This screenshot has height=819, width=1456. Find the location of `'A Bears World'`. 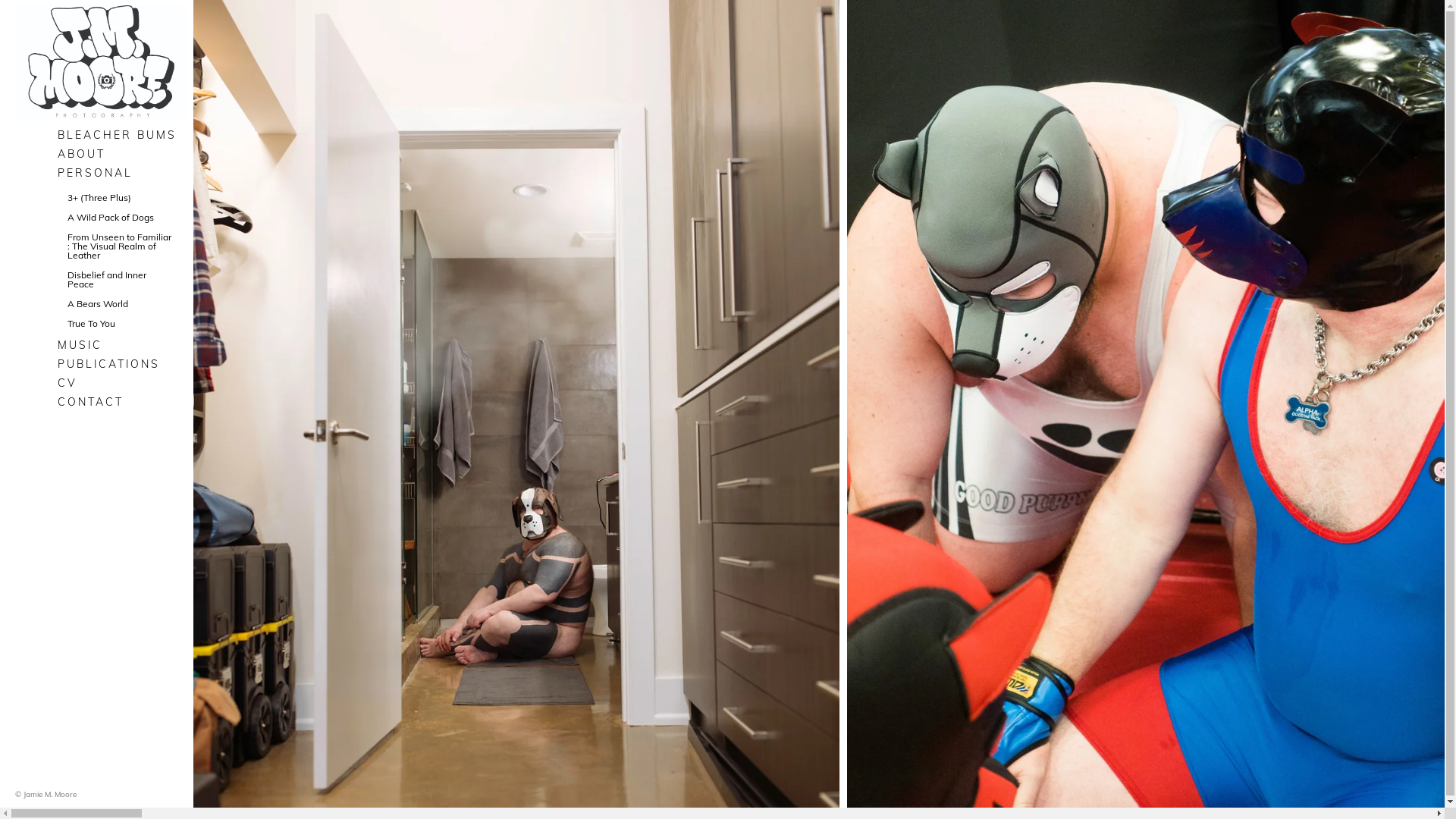

'A Bears World' is located at coordinates (118, 304).